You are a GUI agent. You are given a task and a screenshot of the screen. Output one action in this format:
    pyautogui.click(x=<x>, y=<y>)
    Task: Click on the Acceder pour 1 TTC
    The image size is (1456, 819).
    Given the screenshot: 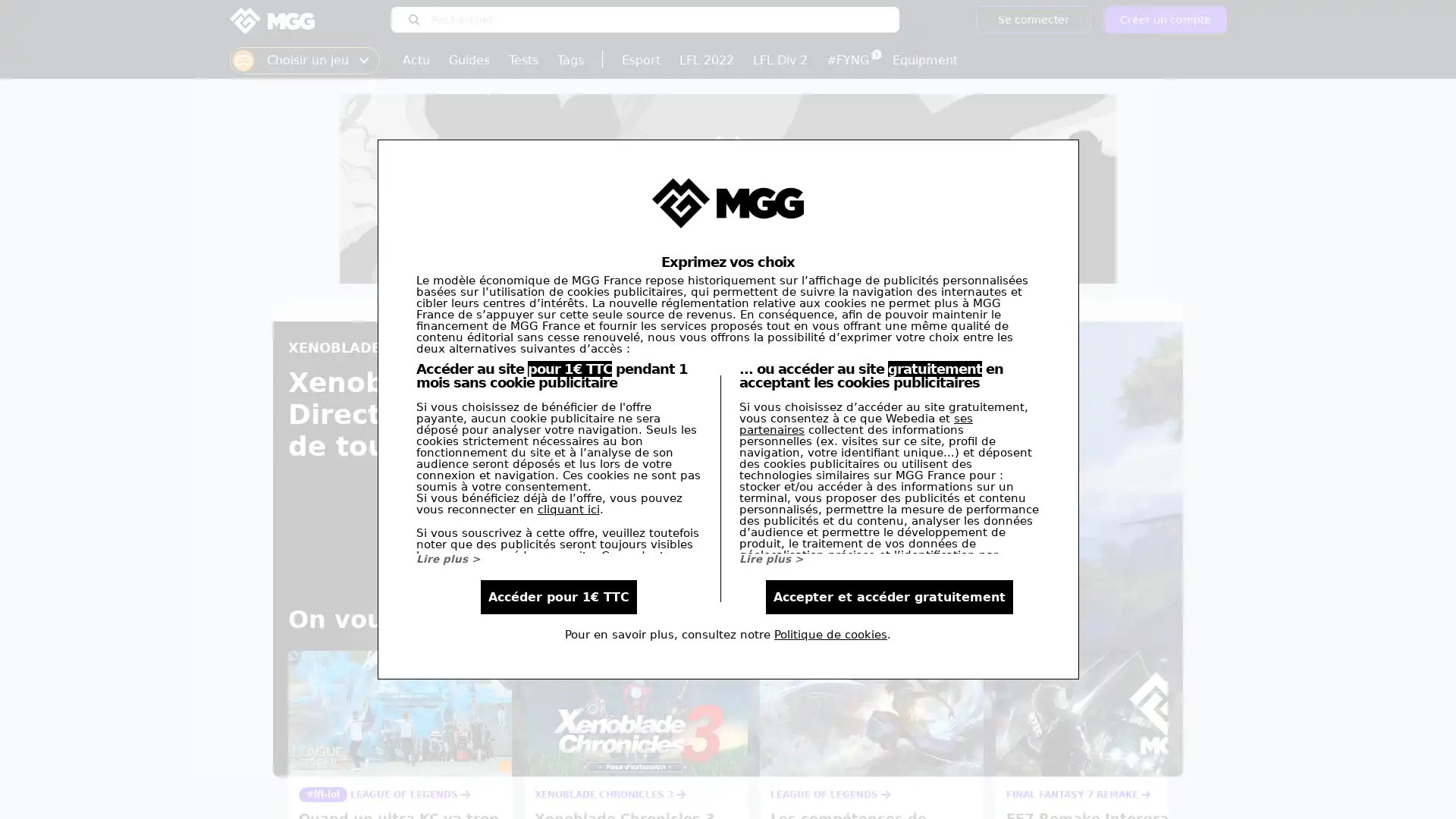 What is the action you would take?
    pyautogui.click(x=557, y=596)
    